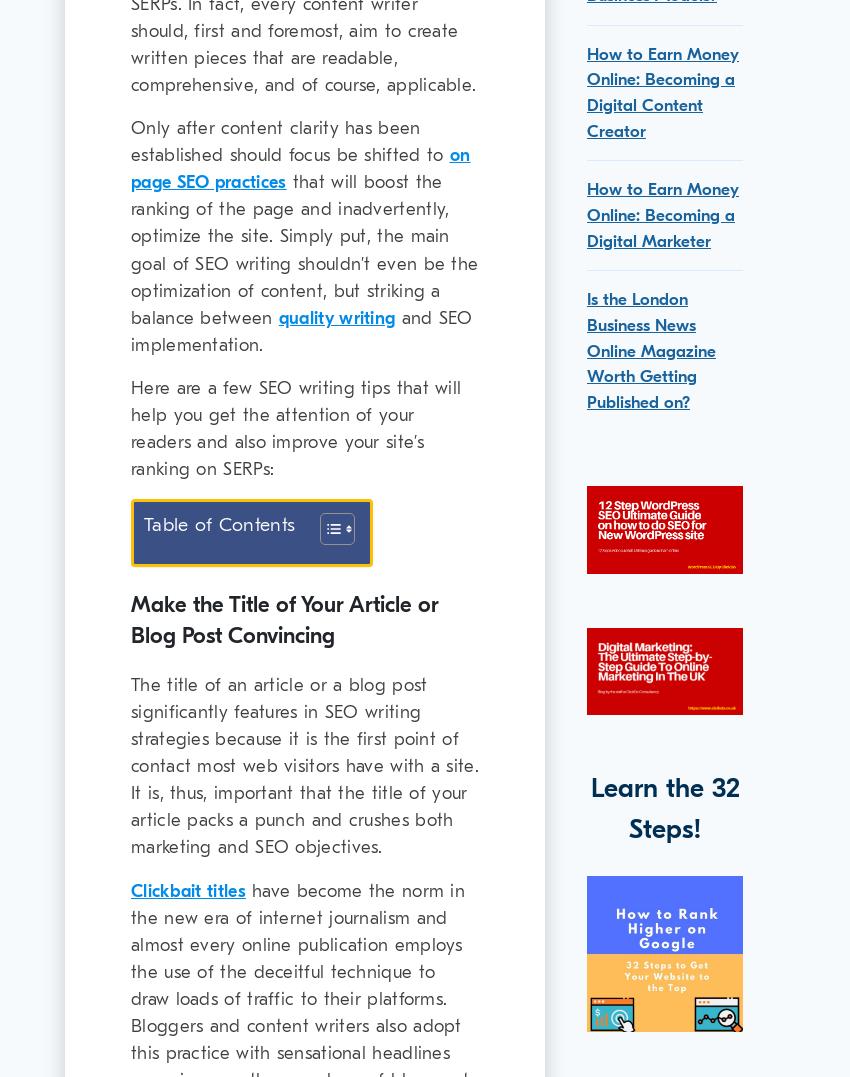  What do you see at coordinates (187, 890) in the screenshot?
I see `'Clickbait titles'` at bounding box center [187, 890].